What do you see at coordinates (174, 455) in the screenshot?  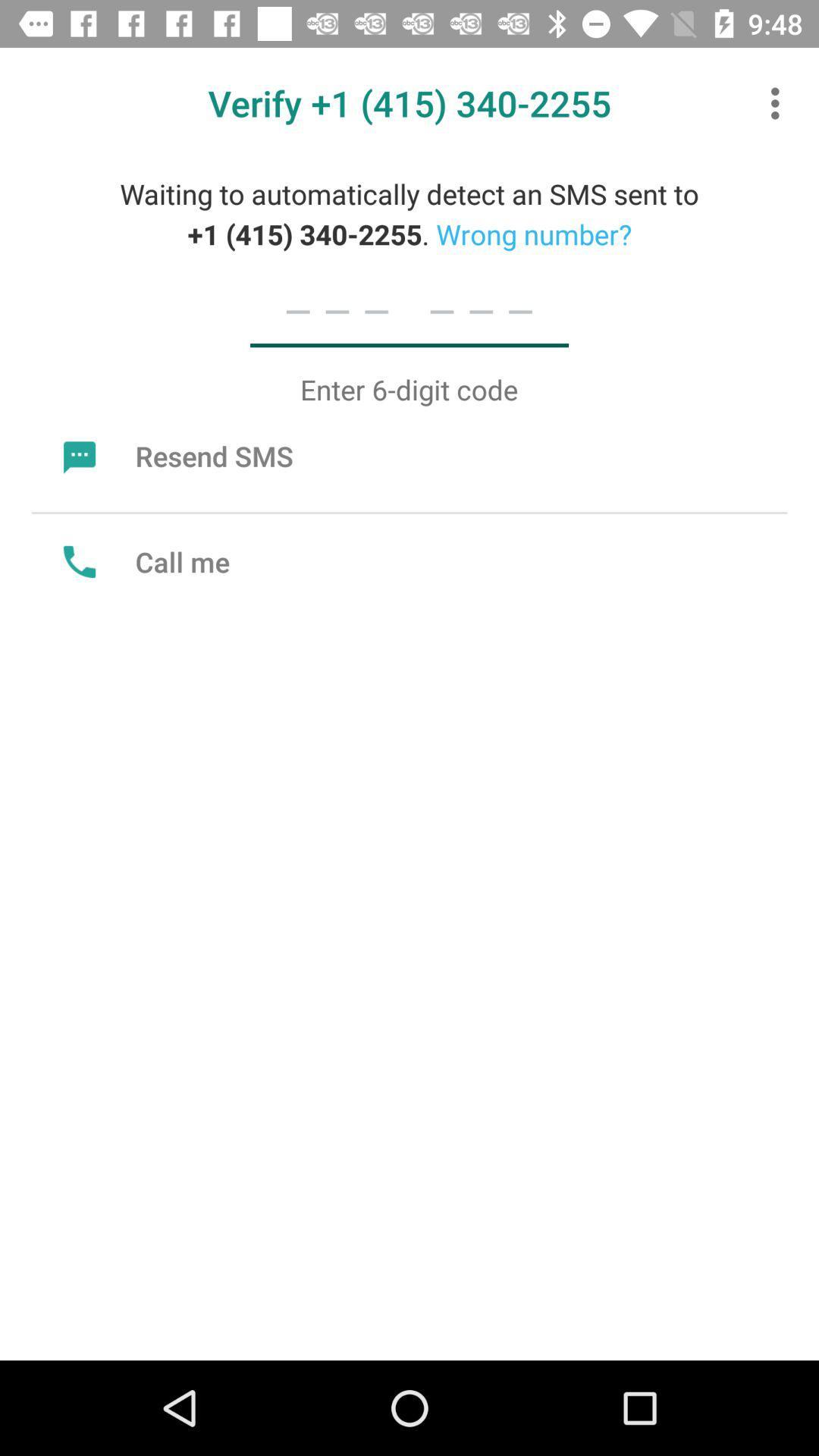 I see `item at the top left corner` at bounding box center [174, 455].